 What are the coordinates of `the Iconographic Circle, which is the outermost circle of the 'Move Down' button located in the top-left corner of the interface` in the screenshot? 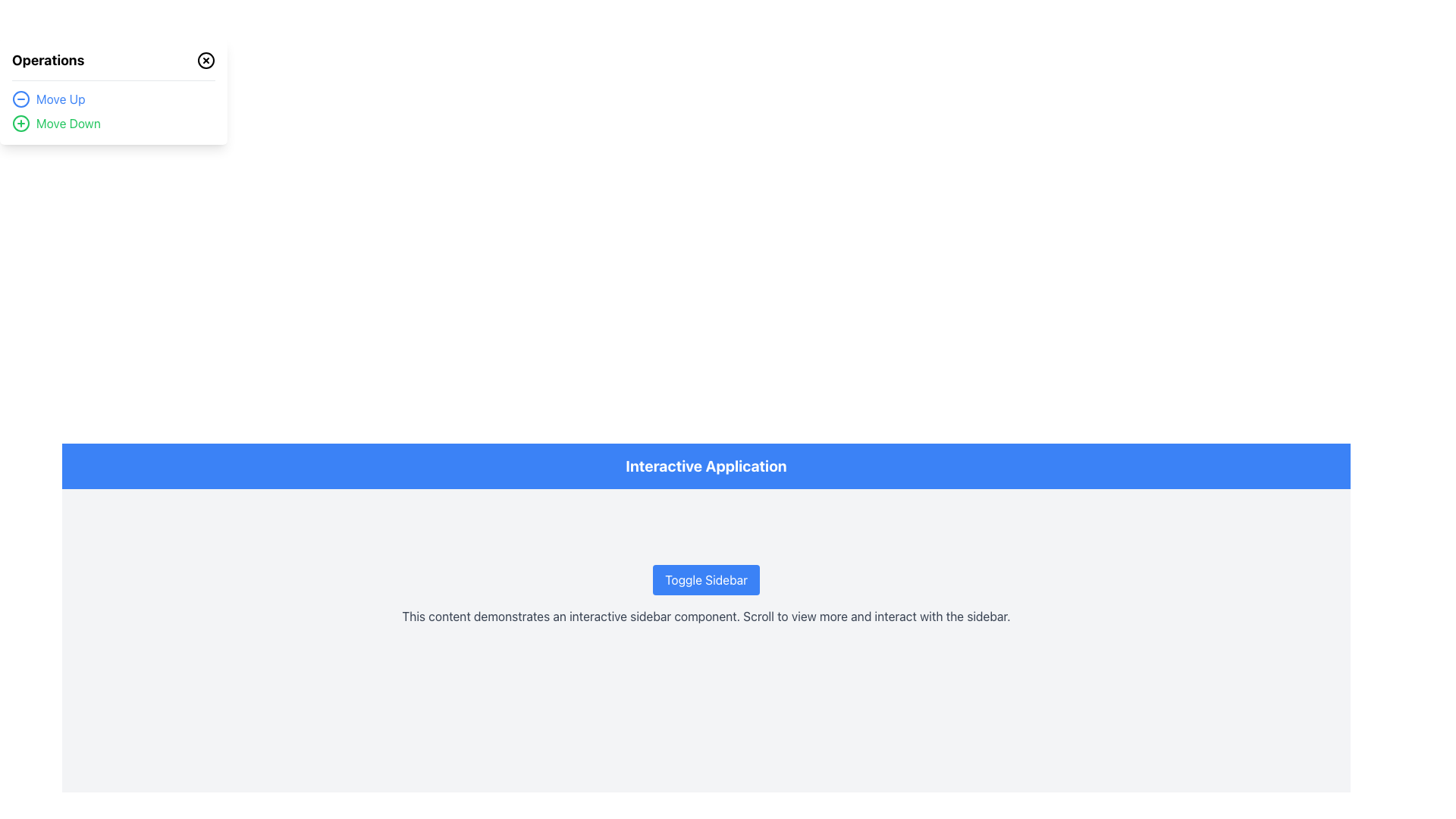 It's located at (21, 122).